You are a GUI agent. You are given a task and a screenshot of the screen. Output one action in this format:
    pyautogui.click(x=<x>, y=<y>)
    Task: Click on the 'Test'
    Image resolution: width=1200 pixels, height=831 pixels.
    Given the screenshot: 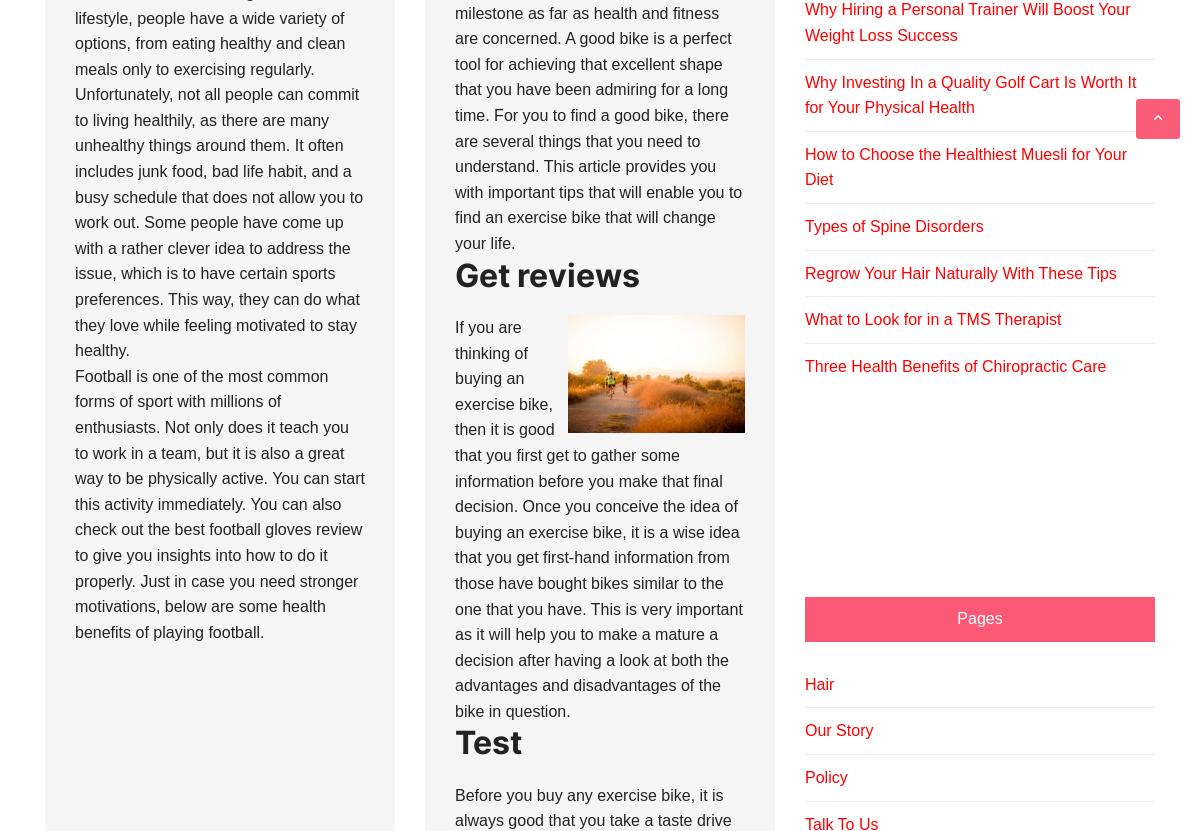 What is the action you would take?
    pyautogui.click(x=487, y=742)
    